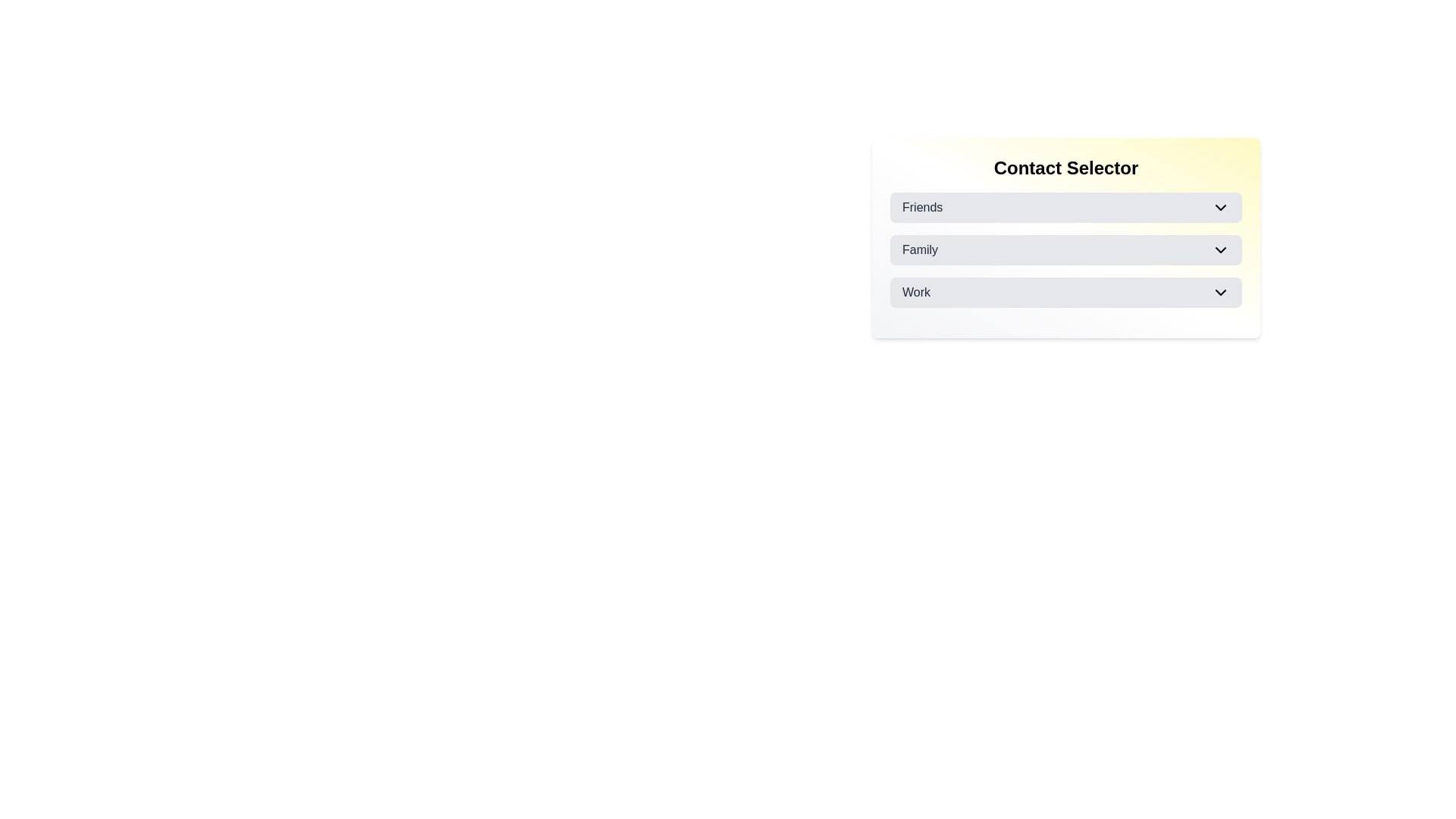  What do you see at coordinates (1220, 207) in the screenshot?
I see `the downward-pointing chevron icon located in the 'Friends' section of the 'Contact Selector' component for possible hover effects` at bounding box center [1220, 207].